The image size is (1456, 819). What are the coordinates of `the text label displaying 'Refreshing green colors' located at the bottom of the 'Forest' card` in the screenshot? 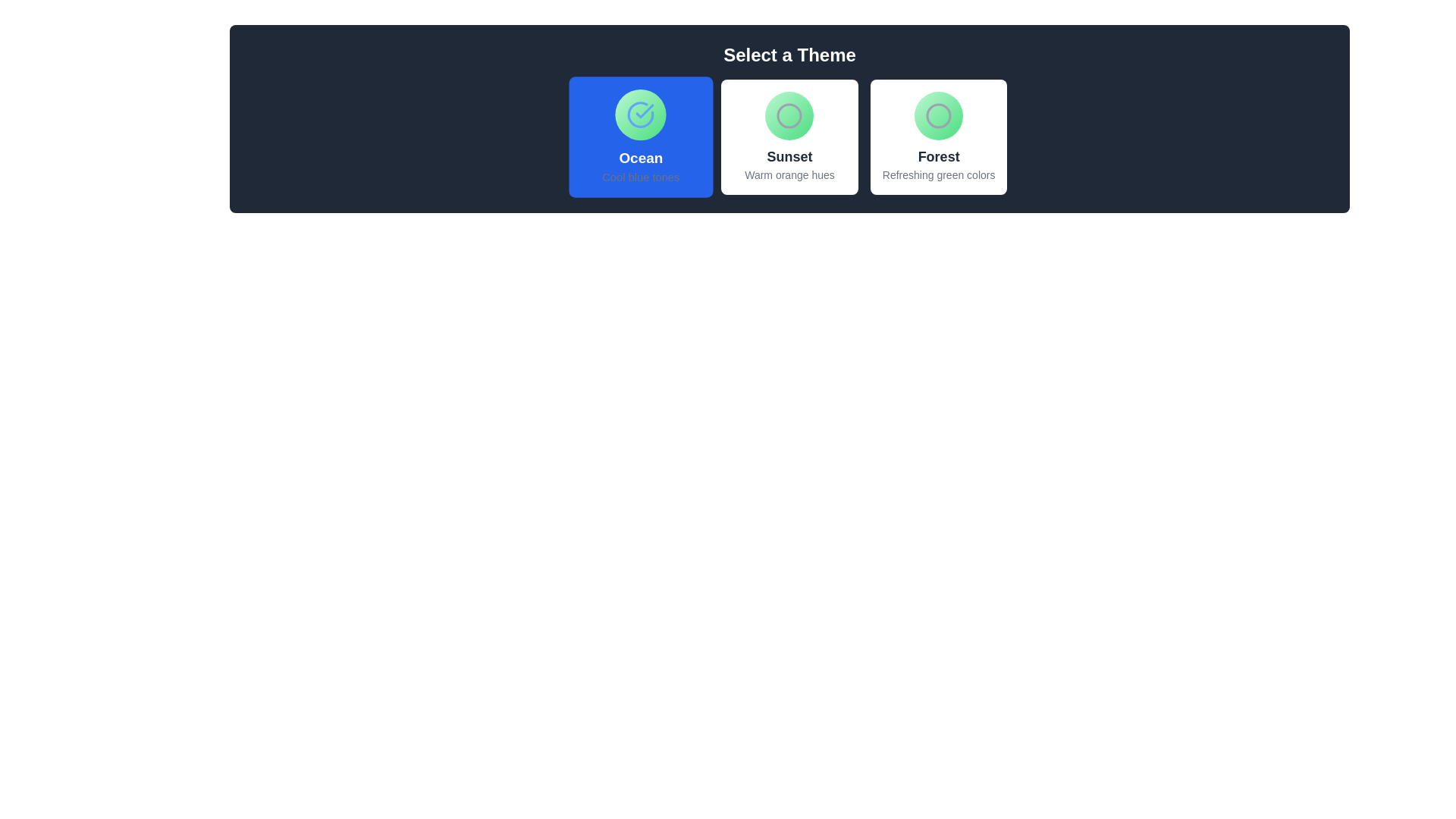 It's located at (938, 174).